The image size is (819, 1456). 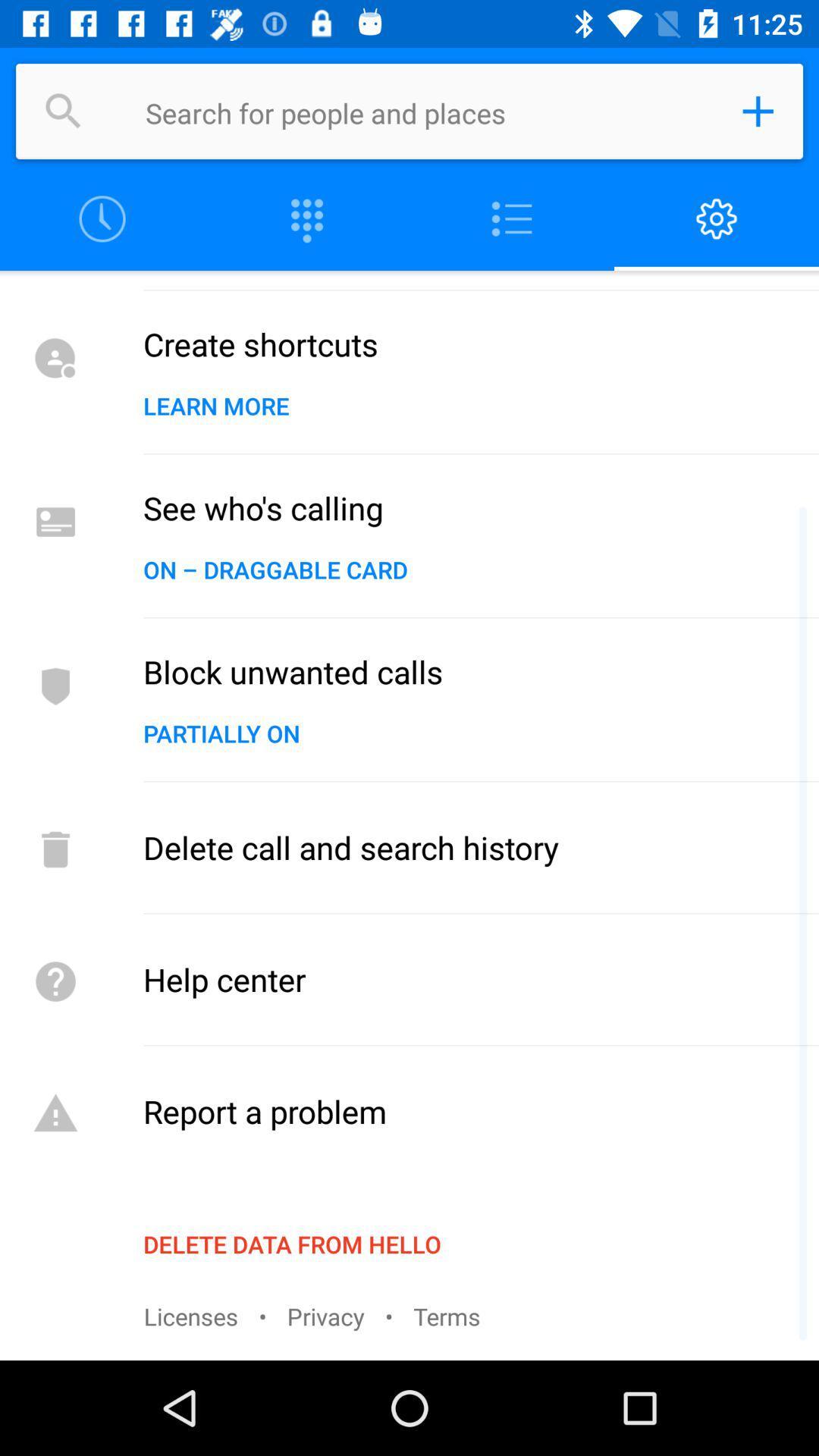 What do you see at coordinates (63, 111) in the screenshot?
I see `search` at bounding box center [63, 111].